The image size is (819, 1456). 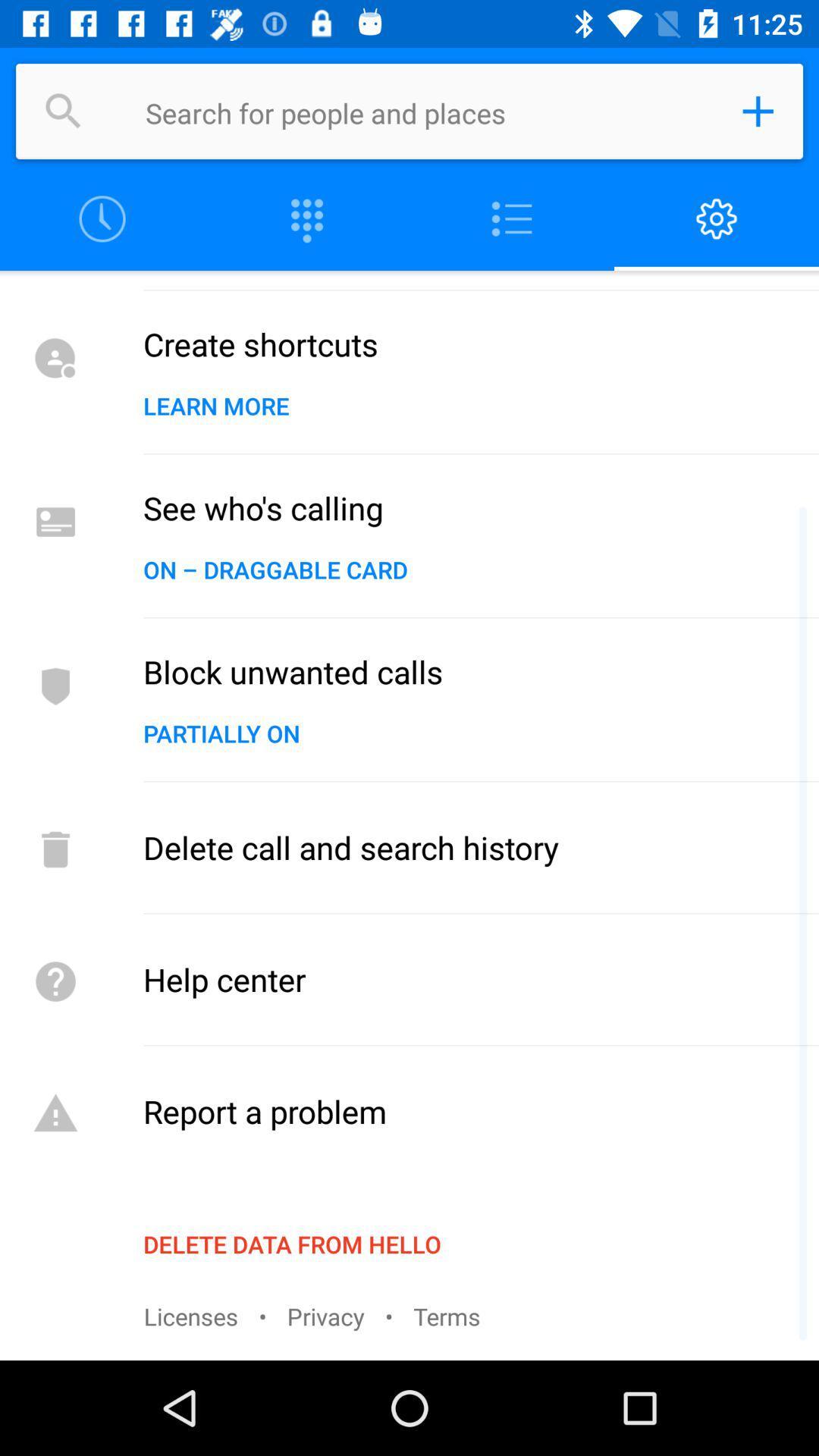 What do you see at coordinates (63, 111) in the screenshot?
I see `search` at bounding box center [63, 111].